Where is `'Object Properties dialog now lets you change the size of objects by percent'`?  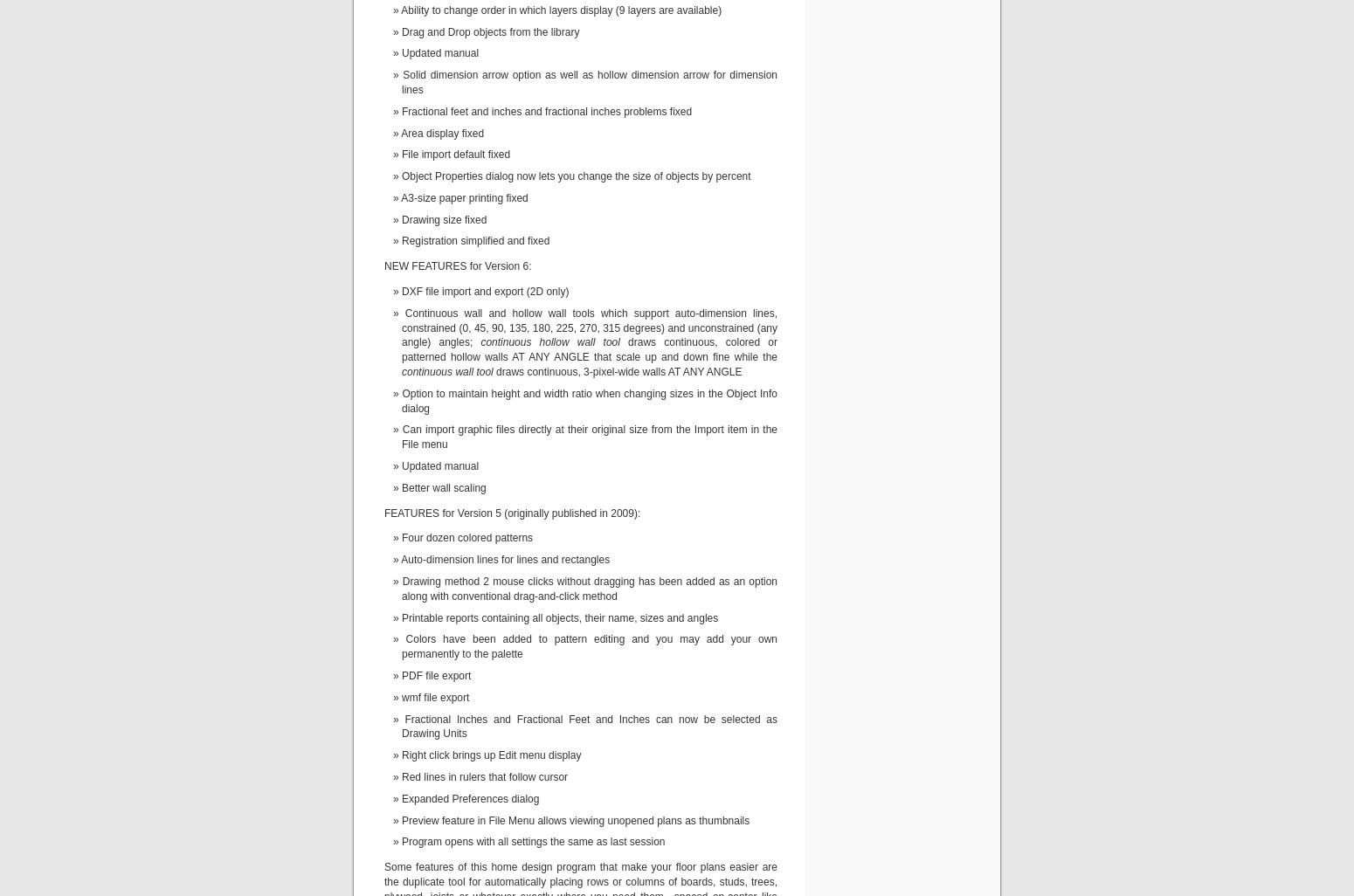 'Object Properties dialog now lets you change the size of objects by percent' is located at coordinates (575, 176).